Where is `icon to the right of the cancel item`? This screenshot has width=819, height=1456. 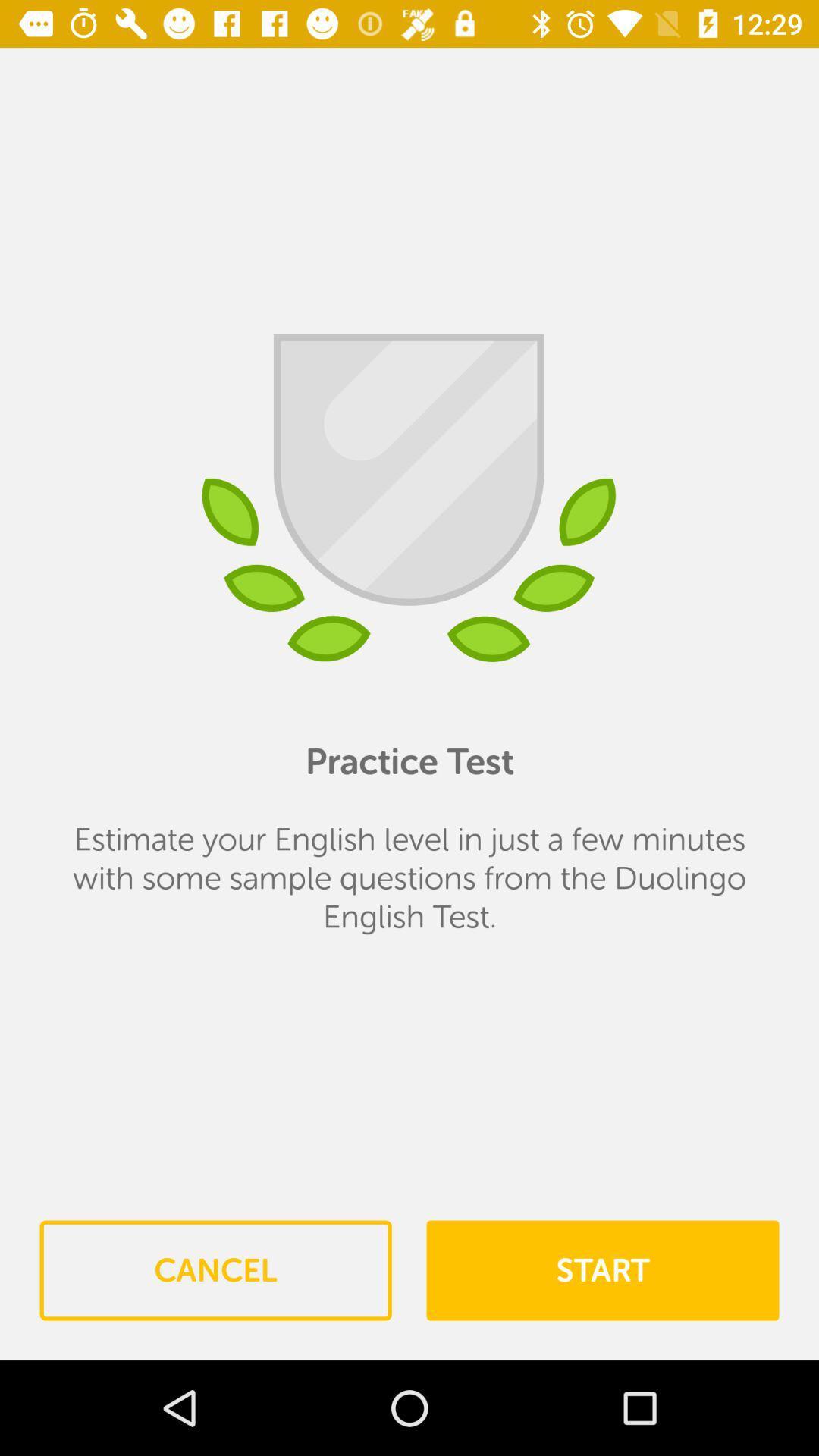
icon to the right of the cancel item is located at coordinates (601, 1270).